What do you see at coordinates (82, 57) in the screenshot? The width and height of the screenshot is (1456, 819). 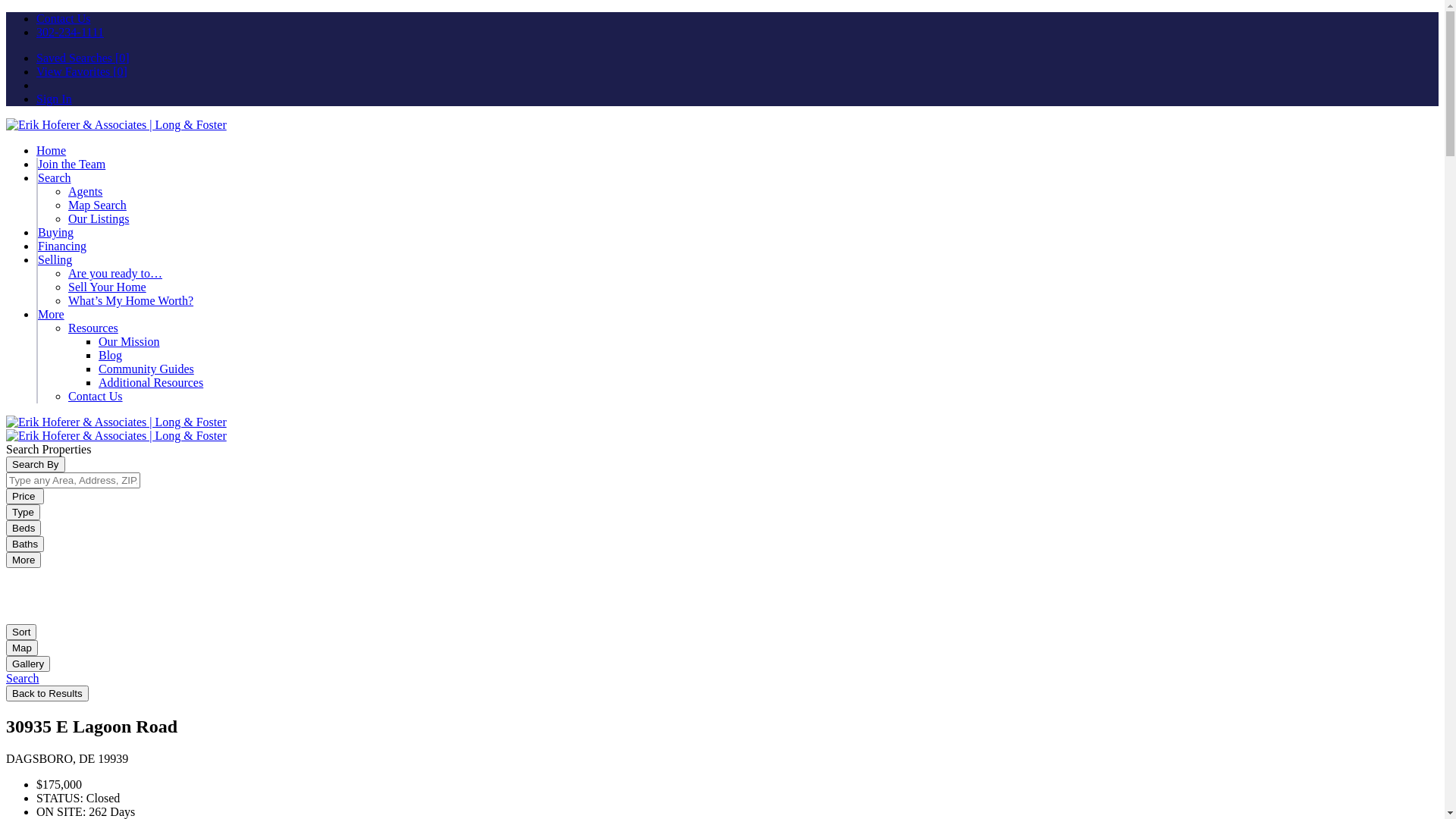 I see `'Saved Searches [0]'` at bounding box center [82, 57].